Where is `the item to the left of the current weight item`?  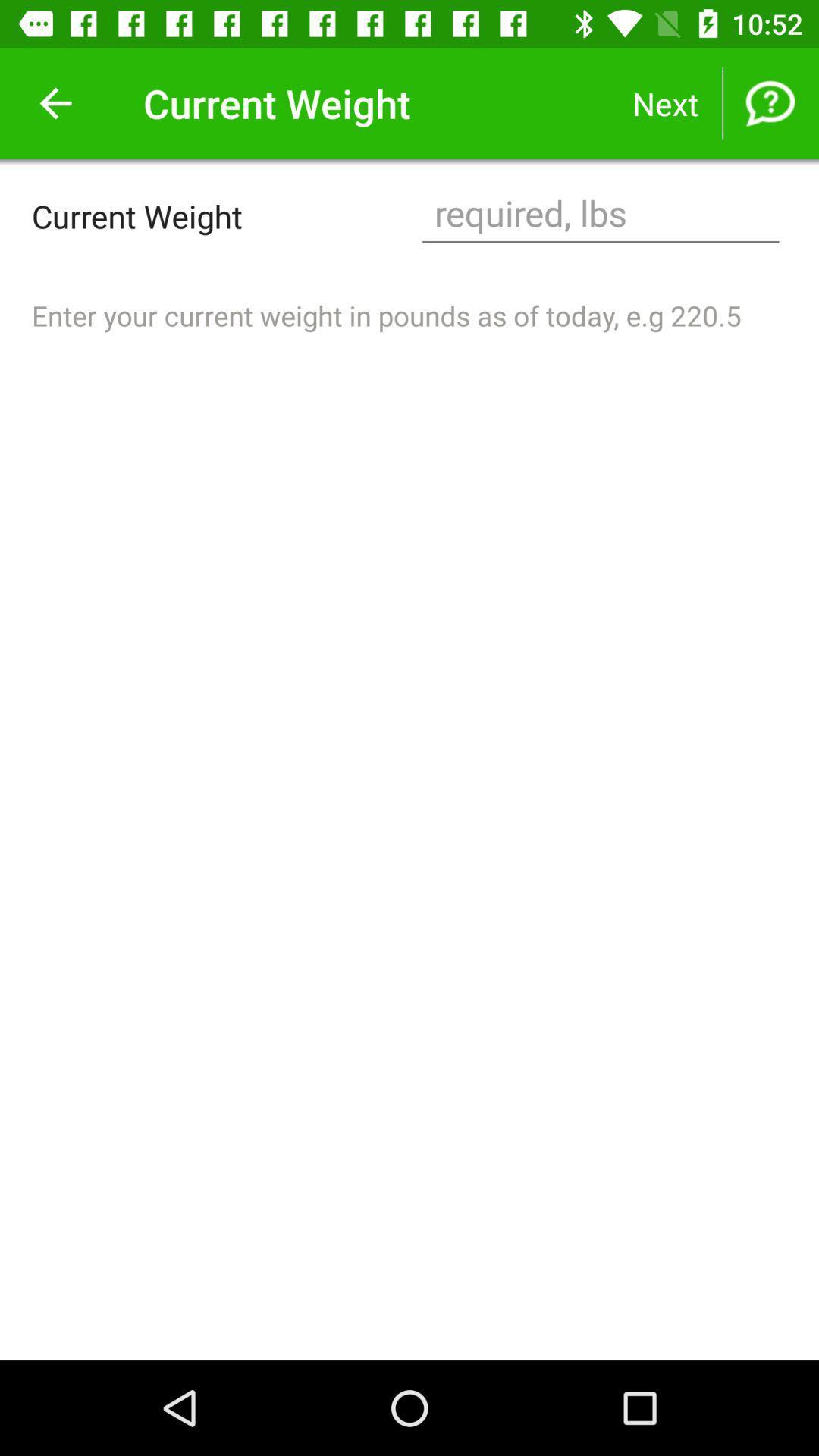
the item to the left of the current weight item is located at coordinates (55, 102).